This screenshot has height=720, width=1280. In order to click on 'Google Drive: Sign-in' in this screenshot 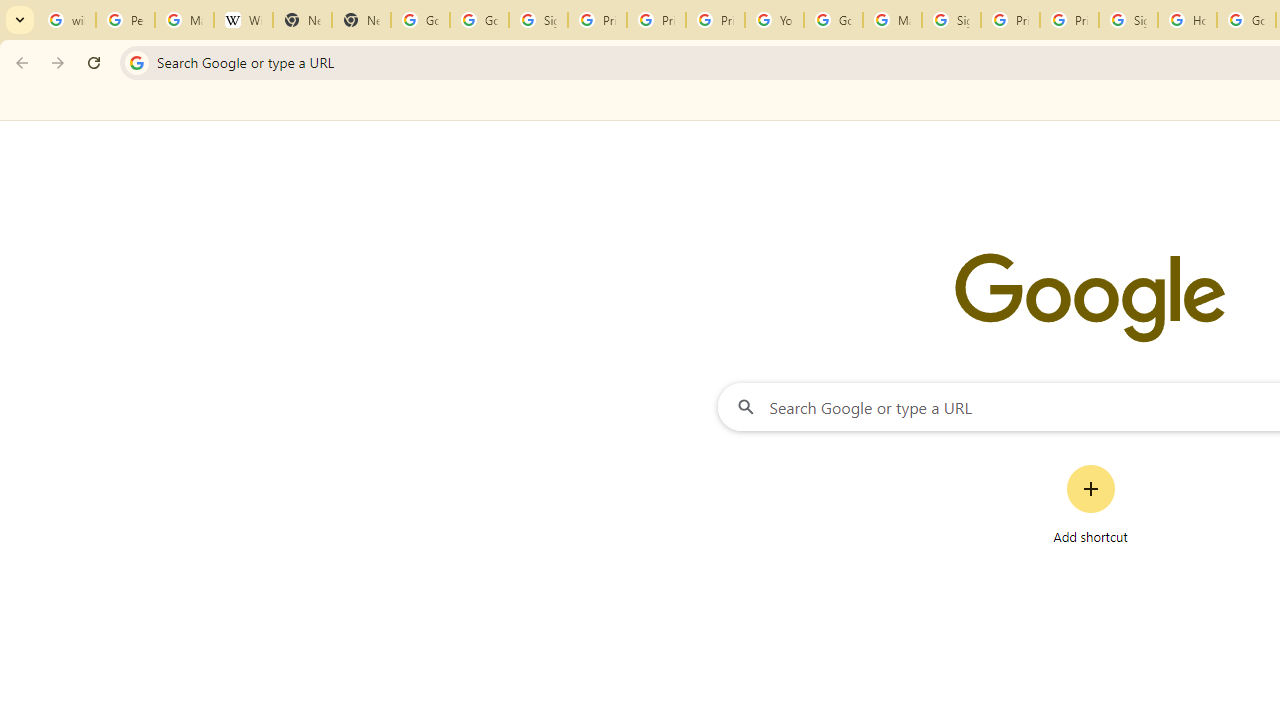, I will do `click(480, 20)`.